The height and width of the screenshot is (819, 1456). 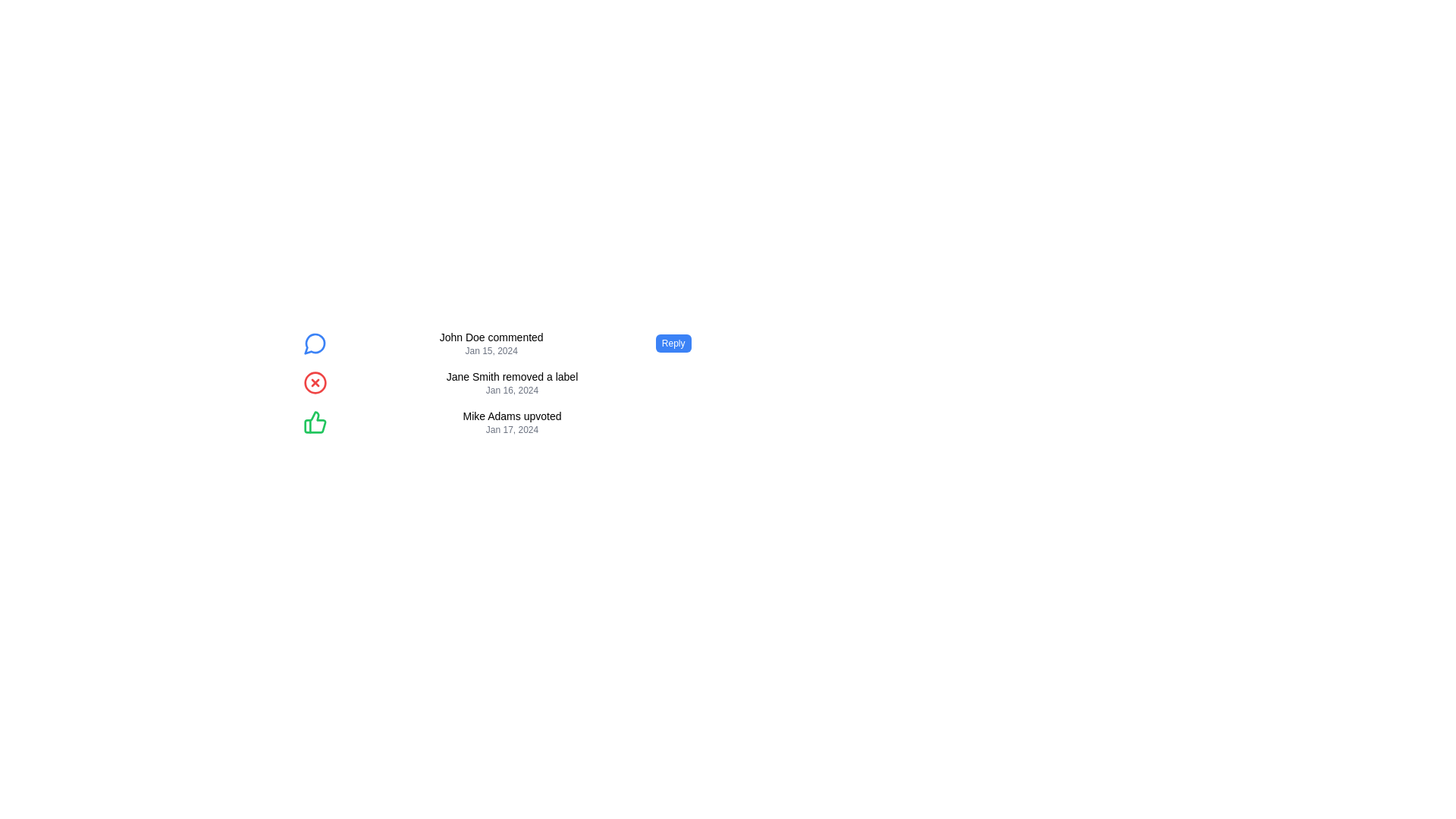 I want to click on the static text label displaying a comment by 'John Doe', which is positioned to the right of a speech bubble icon, so click(x=491, y=336).